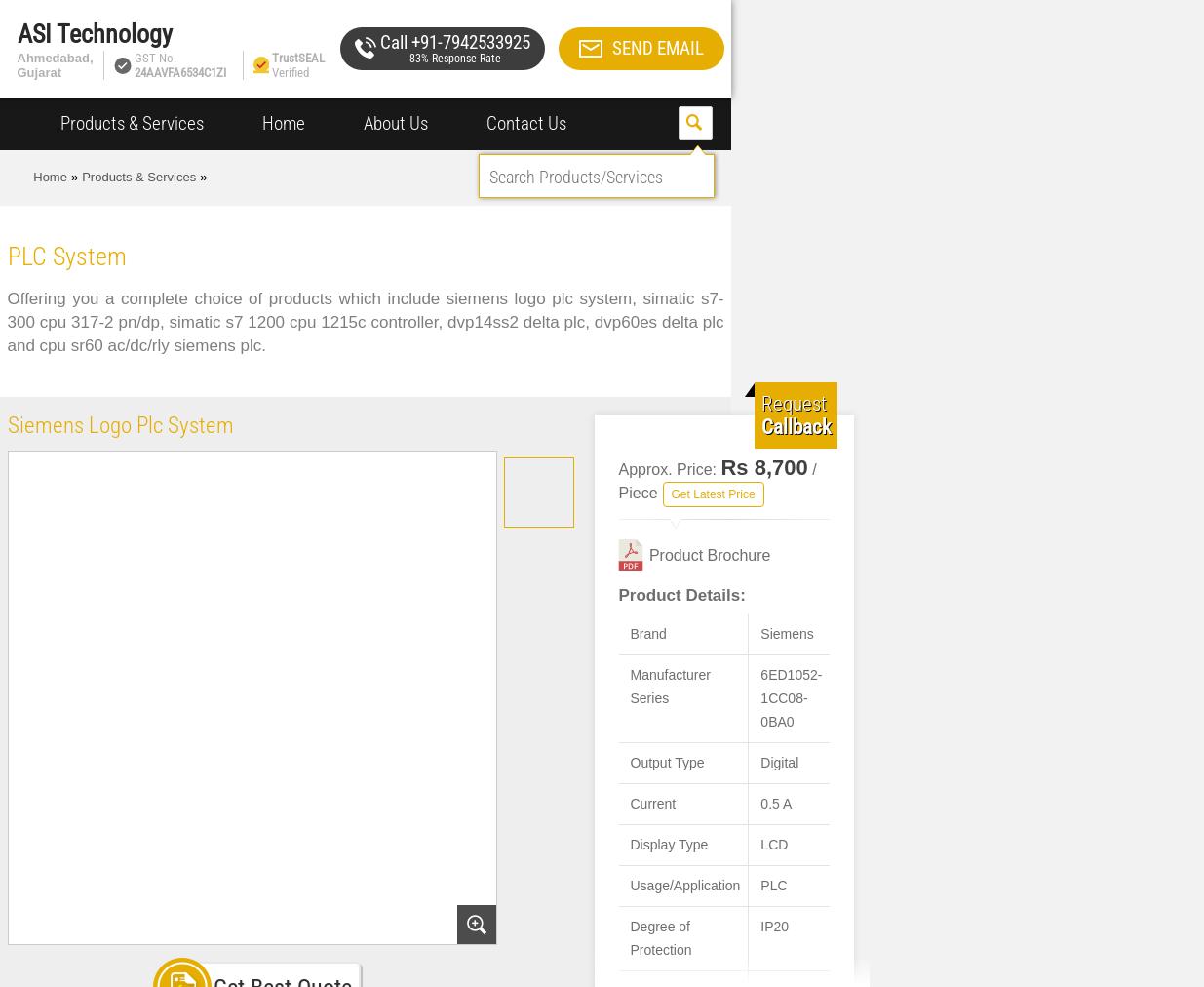  What do you see at coordinates (760, 885) in the screenshot?
I see `'PLC'` at bounding box center [760, 885].